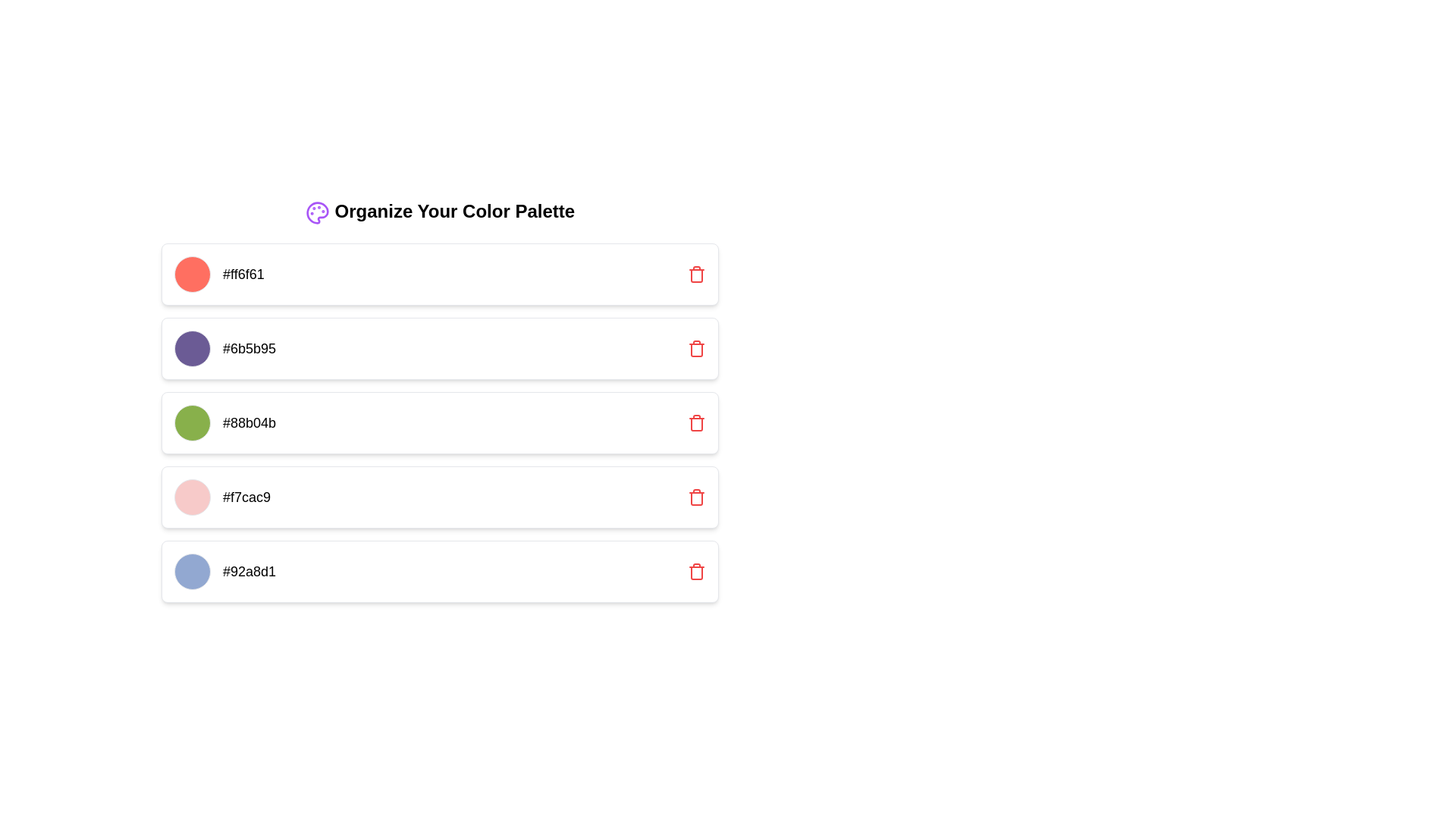 The image size is (1456, 819). What do you see at coordinates (439, 274) in the screenshot?
I see `the color circle in the first item of the color palette management interface` at bounding box center [439, 274].